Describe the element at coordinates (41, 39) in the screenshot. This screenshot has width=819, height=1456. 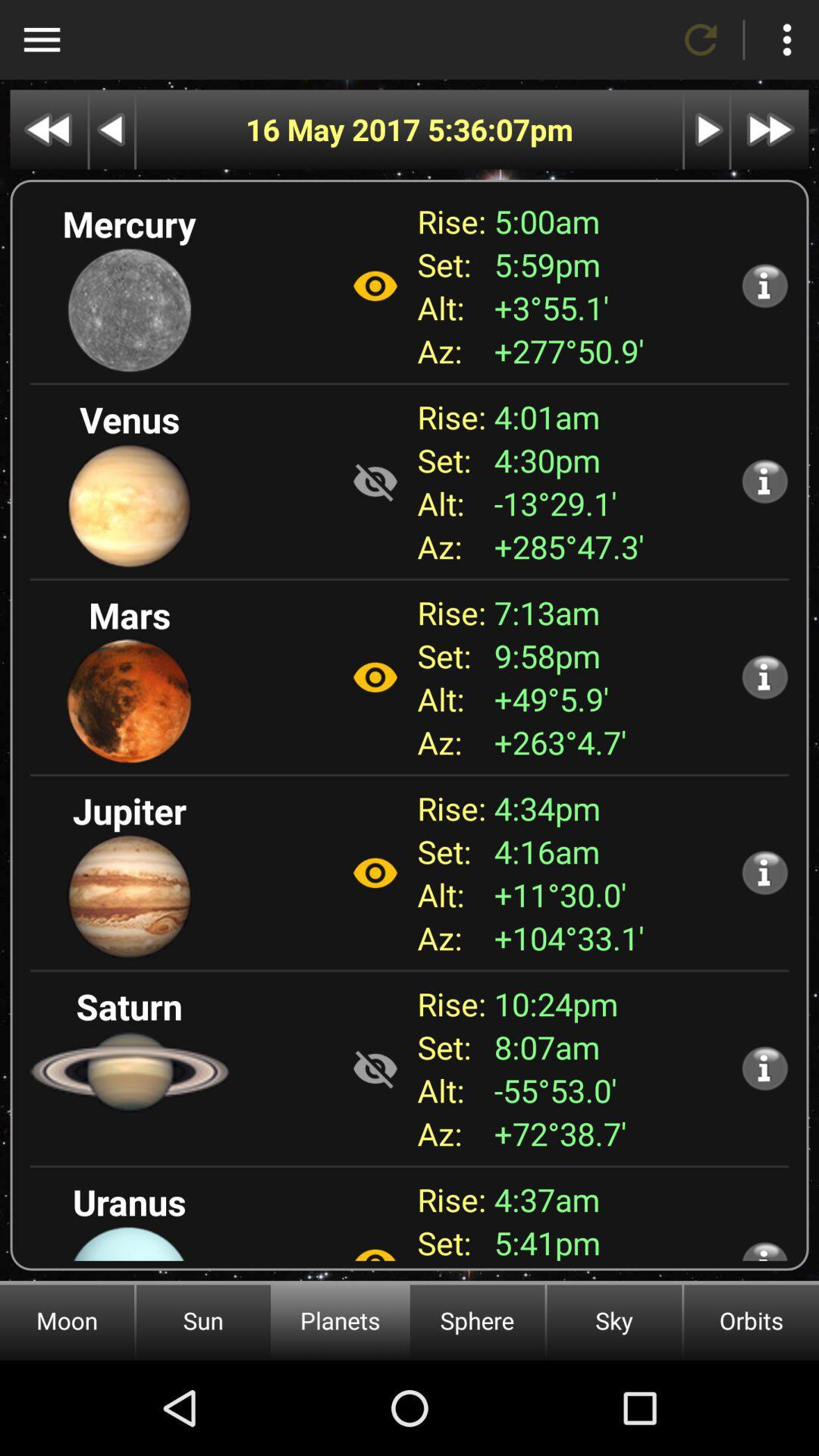
I see `show other options` at that location.